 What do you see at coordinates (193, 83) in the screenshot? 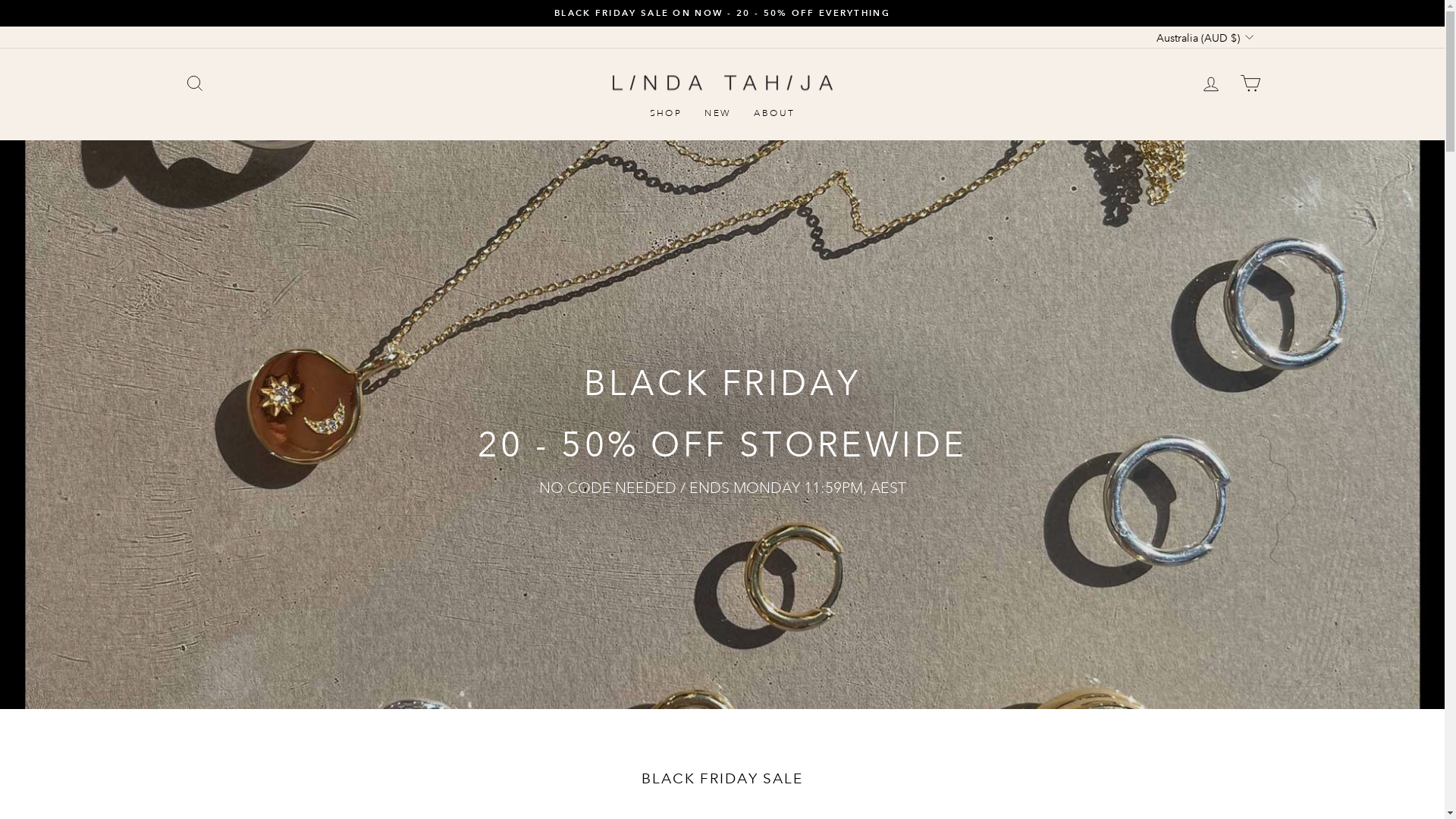
I see `'SEARCH'` at bounding box center [193, 83].